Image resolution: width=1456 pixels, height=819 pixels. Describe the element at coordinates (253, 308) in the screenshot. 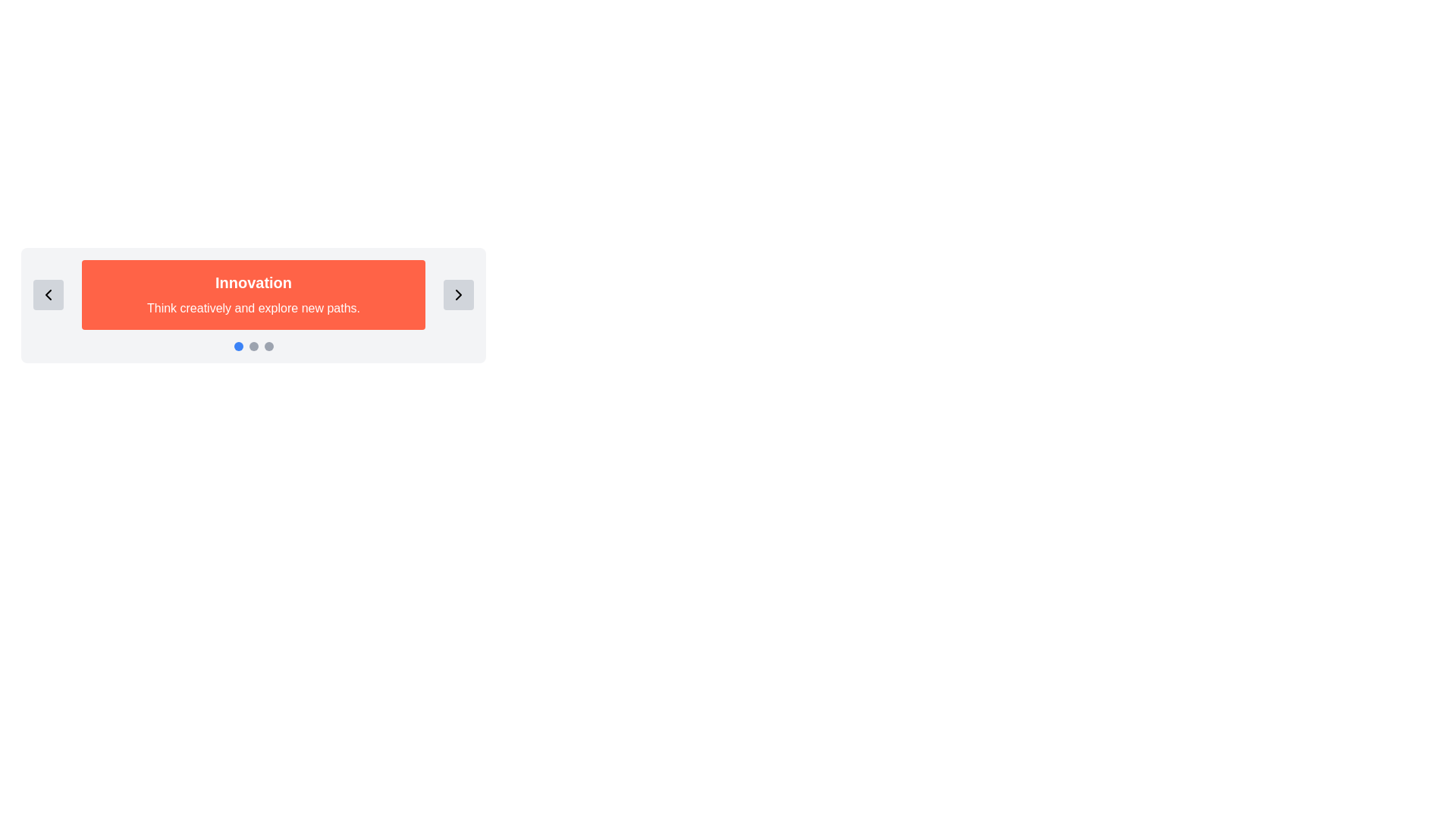

I see `the static text element displaying 'Think creatively and explore new paths.' which is centered within an orange rectangular background, located below the bold text 'Innovation'` at that location.